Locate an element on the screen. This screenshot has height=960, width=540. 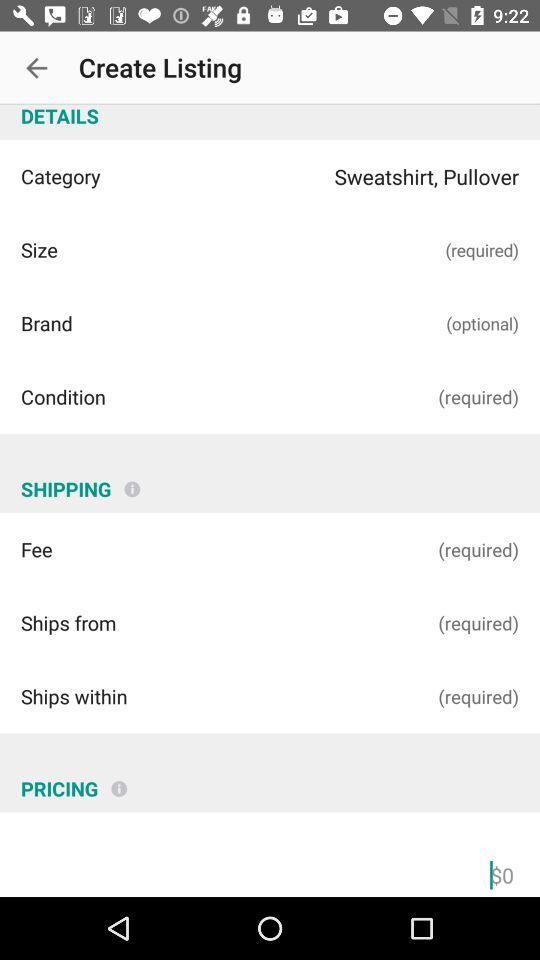
the item to the left of the create listing app is located at coordinates (36, 68).